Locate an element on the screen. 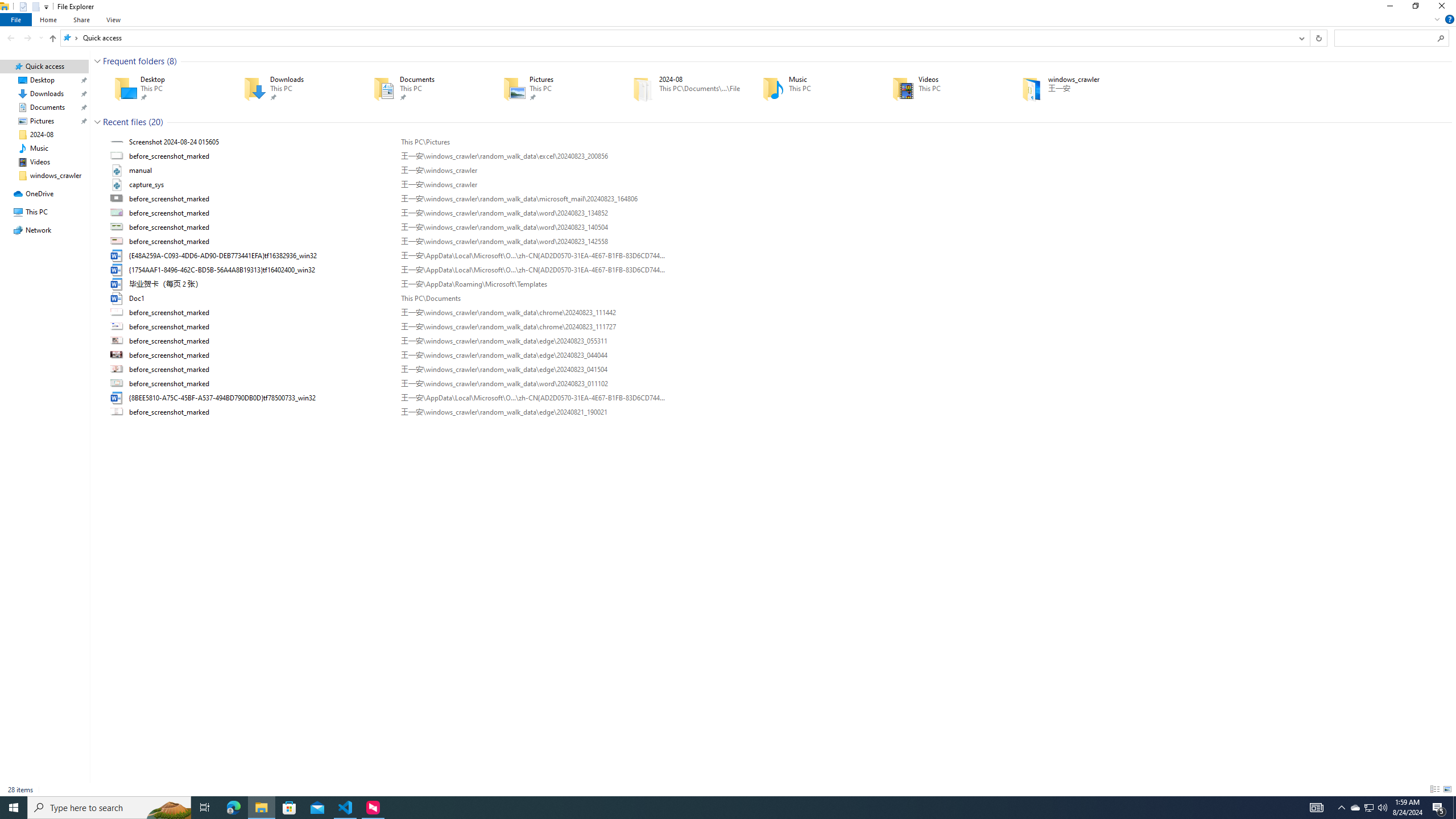 Image resolution: width=1456 pixels, height=819 pixels. 'Quick Access Toolbar' is located at coordinates (30, 6).